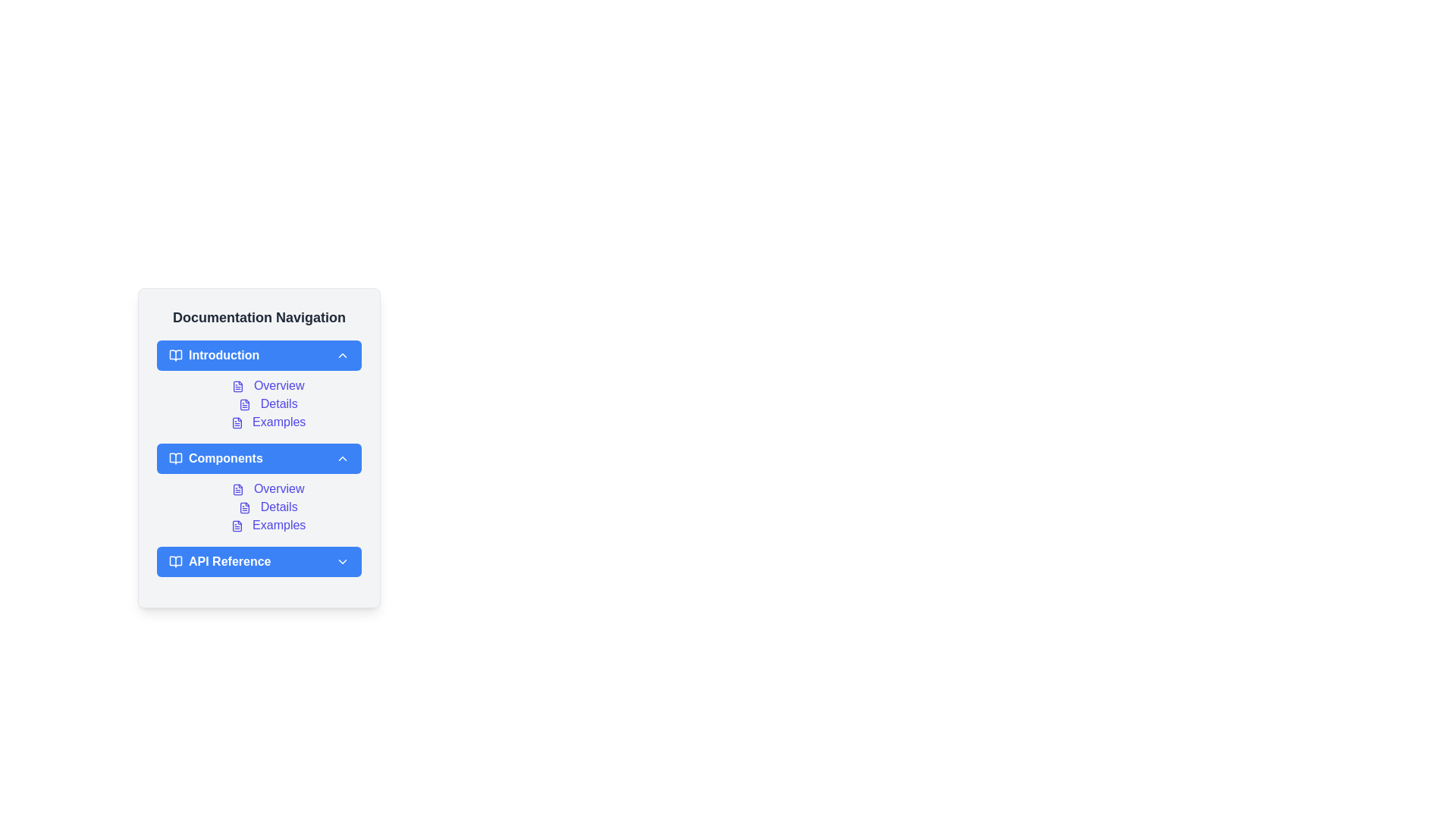  Describe the element at coordinates (268, 403) in the screenshot. I see `the 'Details' hyperlink, which is the second item in the documentation navigation panel under the 'Introduction' section` at that location.